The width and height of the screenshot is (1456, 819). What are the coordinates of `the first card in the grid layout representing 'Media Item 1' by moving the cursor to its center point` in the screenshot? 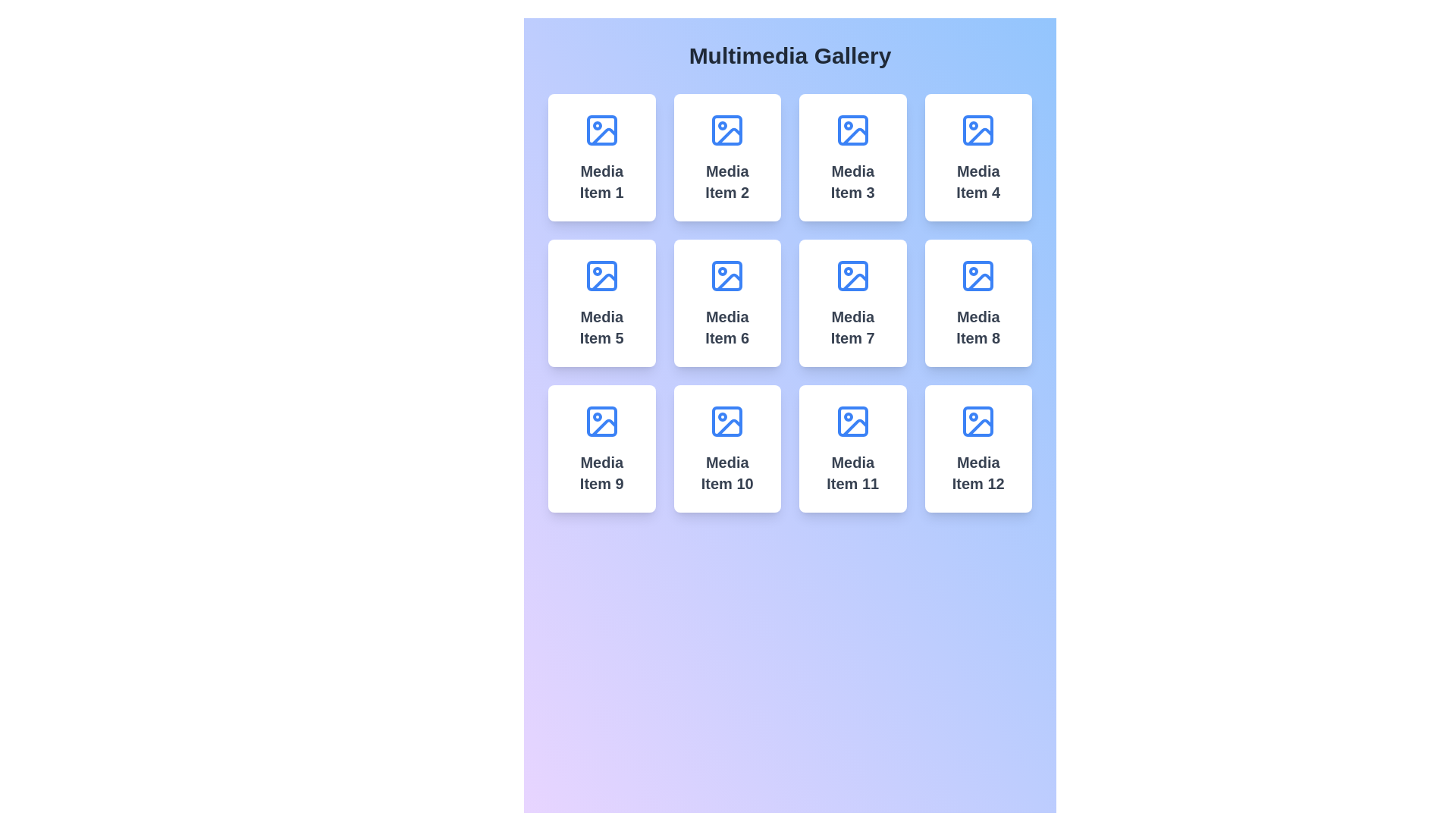 It's located at (601, 158).